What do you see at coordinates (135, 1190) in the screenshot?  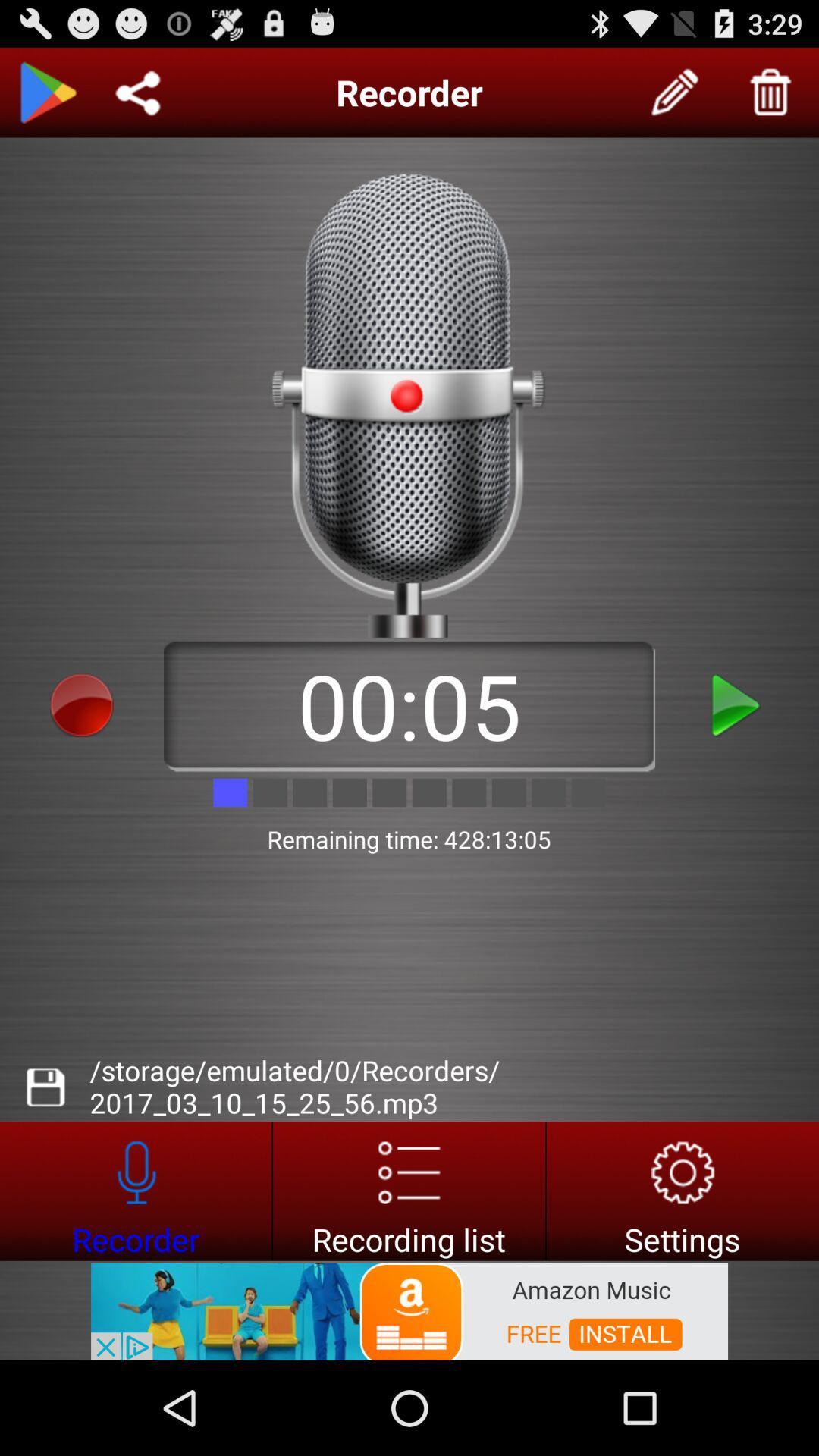 I see `recording` at bounding box center [135, 1190].